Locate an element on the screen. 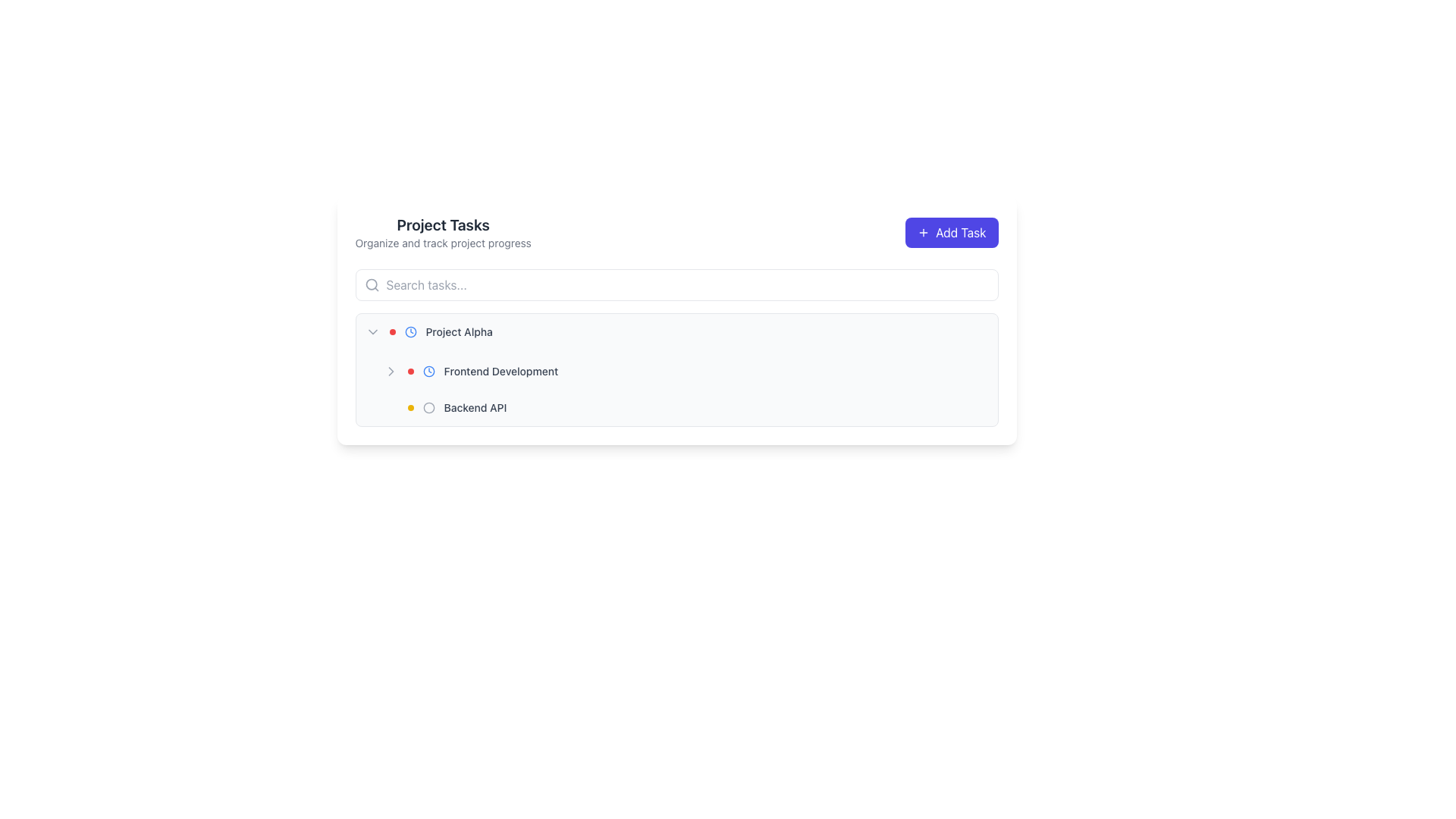  the 'Add Task' button located in the 'Project Tasks' section, positioned at the right-hand side of the header area containing the title 'Project Tasks'. This button triggers hover effects when interacted with is located at coordinates (951, 233).